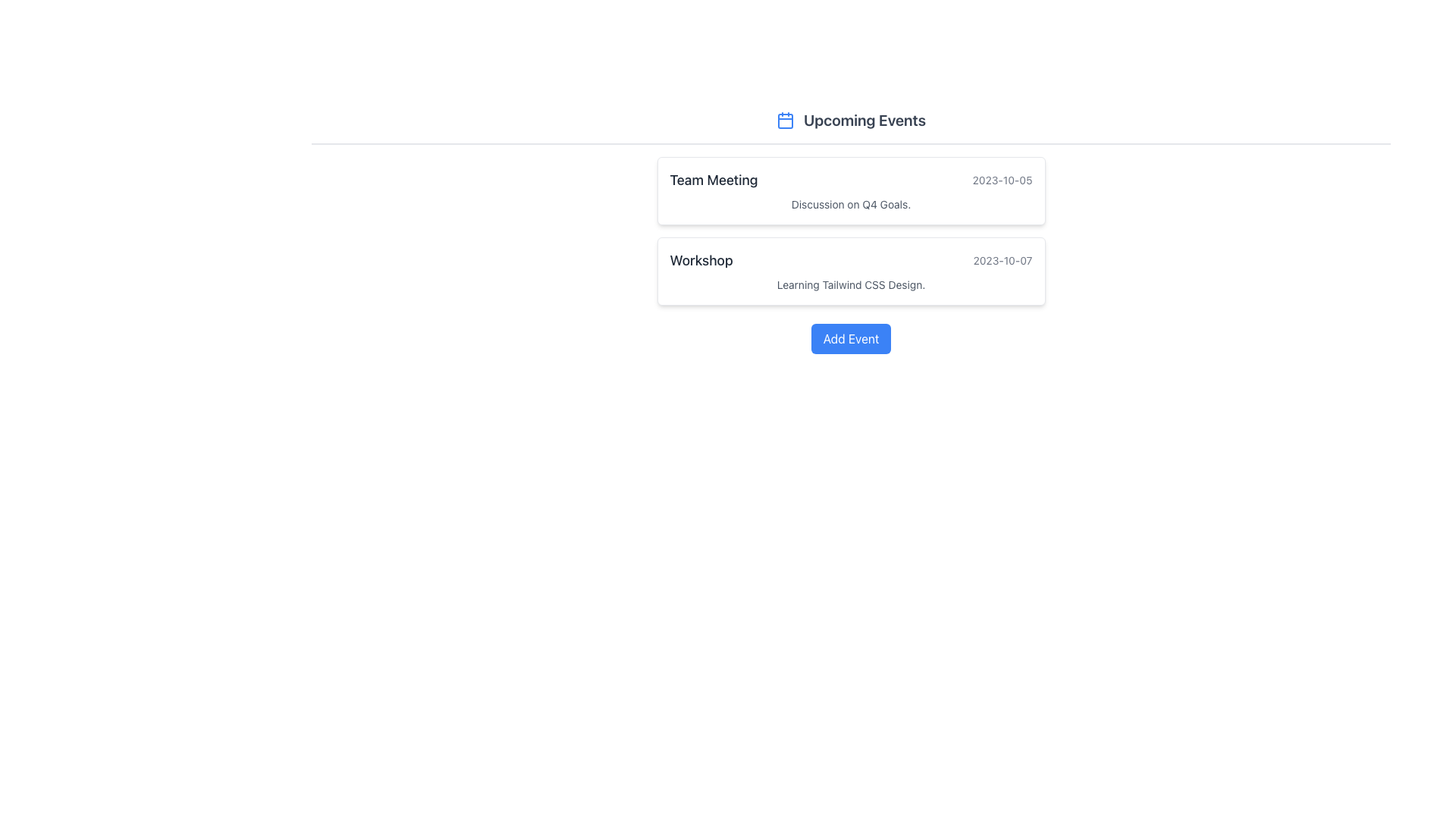 The height and width of the screenshot is (819, 1456). What do you see at coordinates (1002, 180) in the screenshot?
I see `the Text Display that shows the date for the 'Team Meeting' event, located in the top-right corner of the event card` at bounding box center [1002, 180].